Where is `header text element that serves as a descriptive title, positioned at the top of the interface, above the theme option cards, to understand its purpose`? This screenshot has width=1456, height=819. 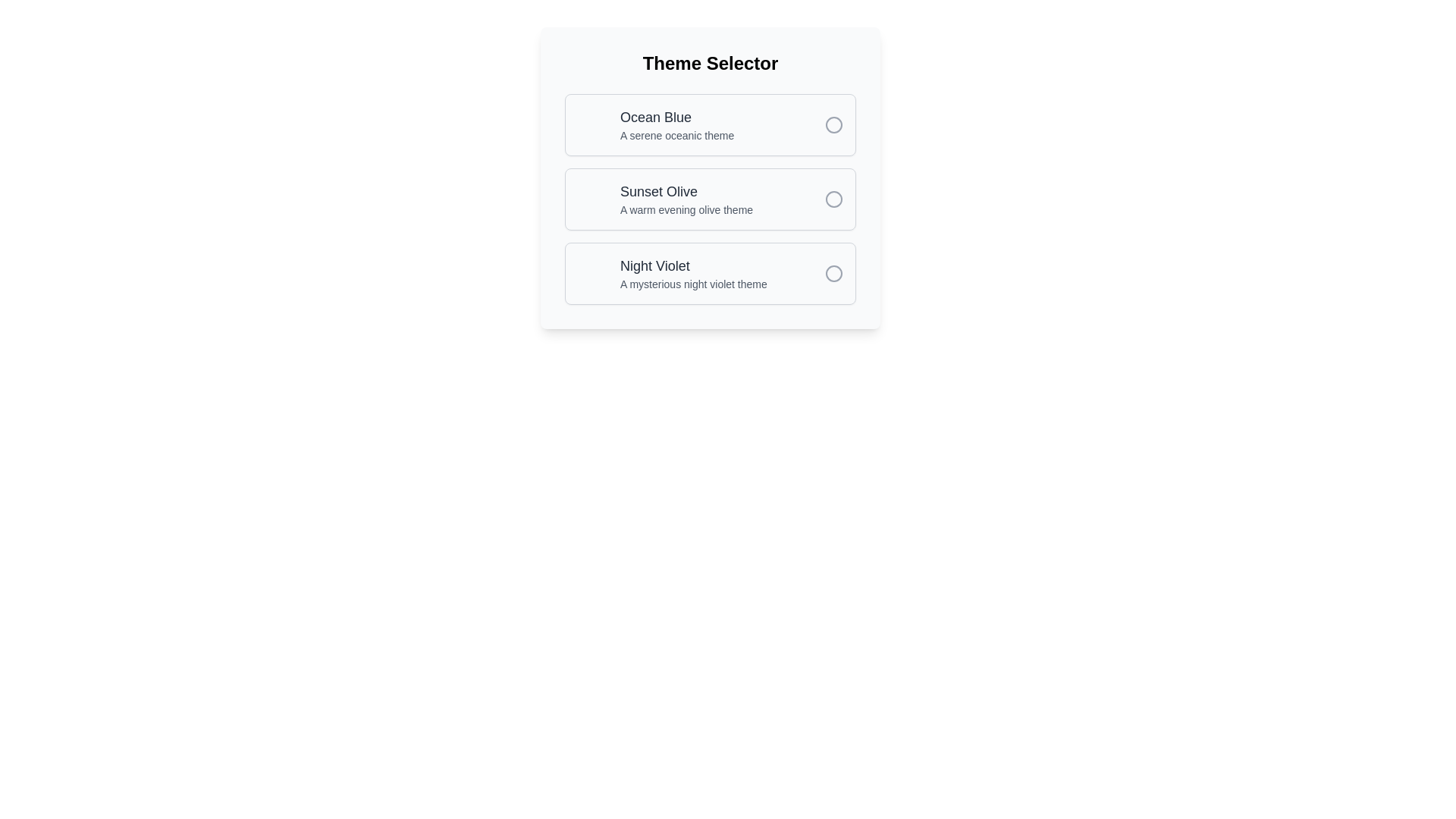
header text element that serves as a descriptive title, positioned at the top of the interface, above the theme option cards, to understand its purpose is located at coordinates (709, 63).